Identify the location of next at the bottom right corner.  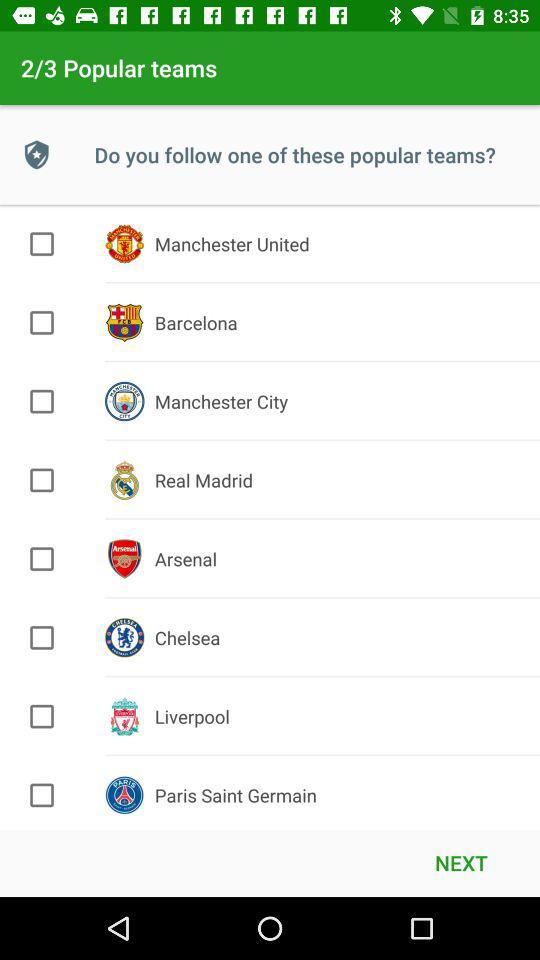
(461, 861).